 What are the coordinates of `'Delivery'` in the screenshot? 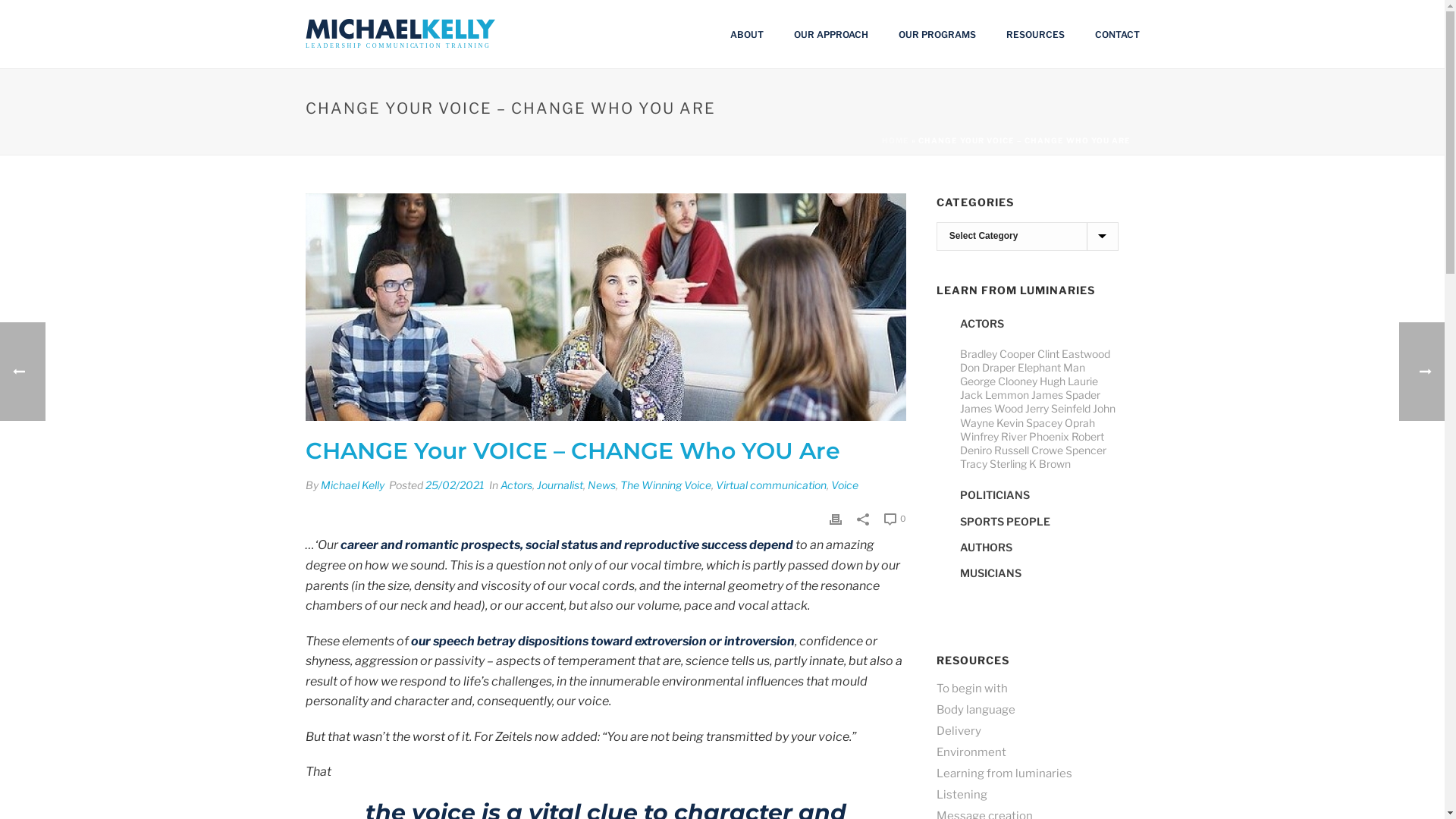 It's located at (958, 730).